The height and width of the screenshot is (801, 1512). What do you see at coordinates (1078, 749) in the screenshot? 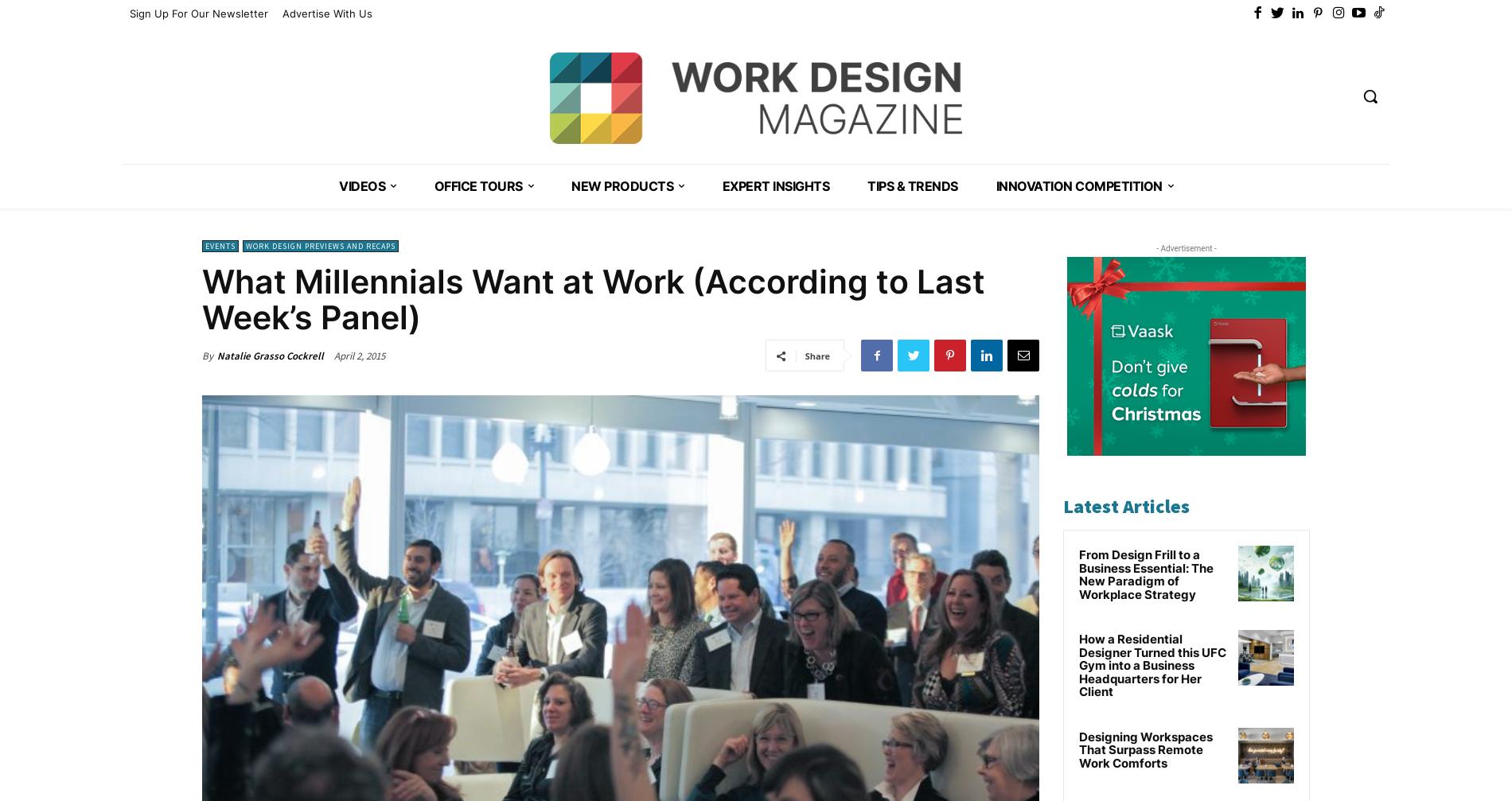
I see `'Designing Workspaces That Surpass Remote Work Comforts'` at bounding box center [1078, 749].